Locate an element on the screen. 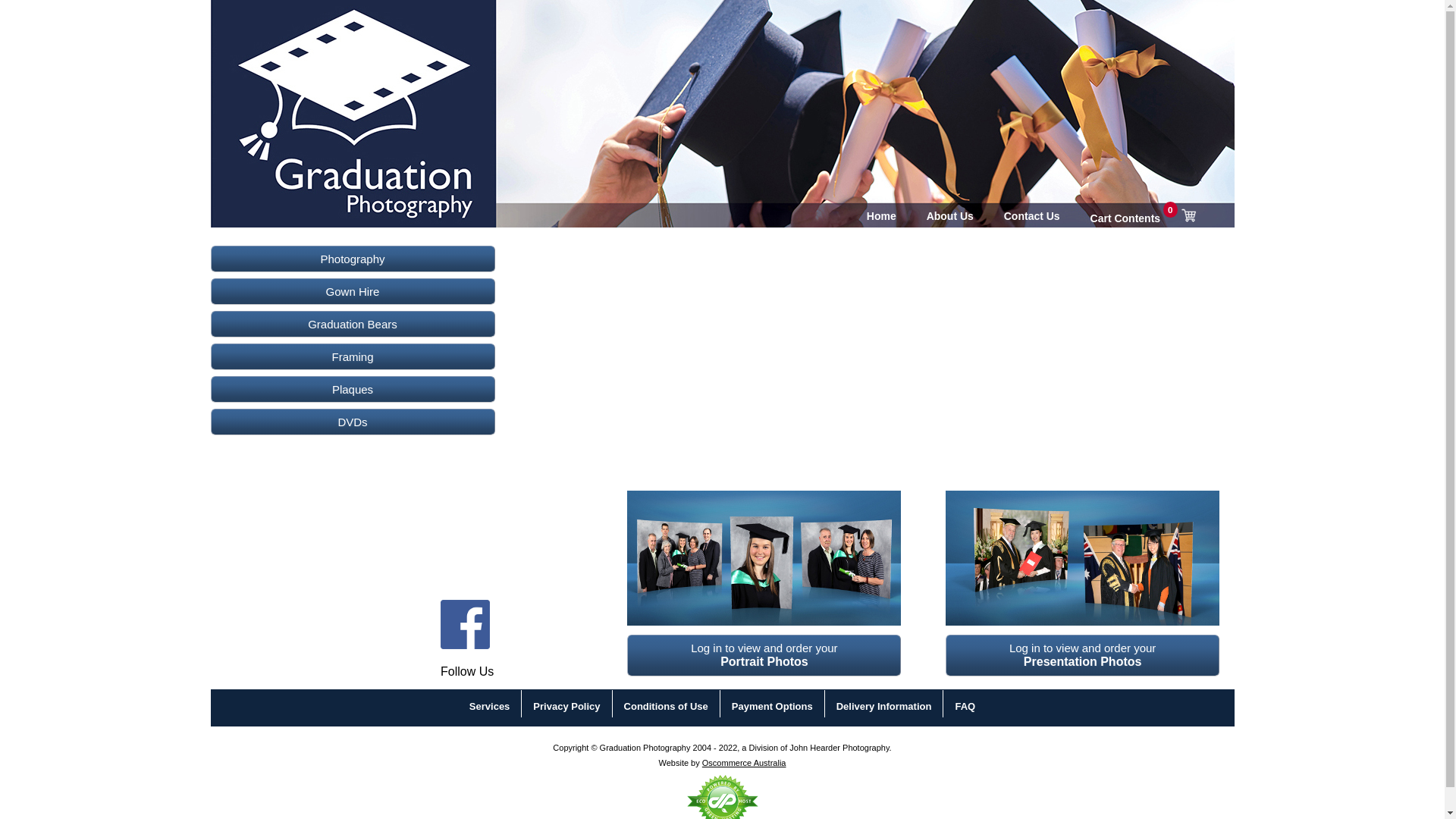 This screenshot has height=819, width=1456. 'Graduation Photography' is located at coordinates (306, 86).